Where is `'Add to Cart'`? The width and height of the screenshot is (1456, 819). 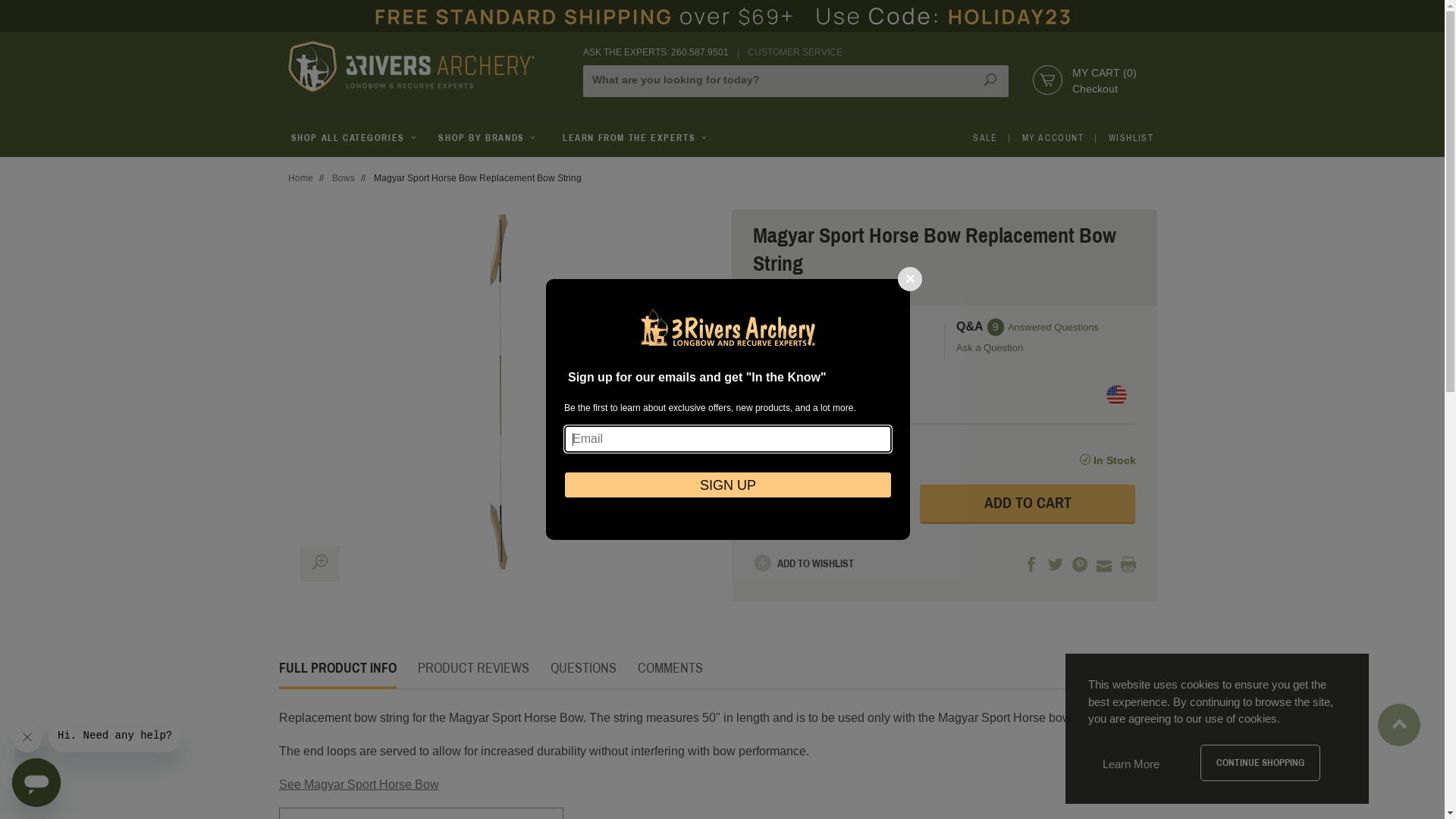 'Add to Cart' is located at coordinates (1028, 504).